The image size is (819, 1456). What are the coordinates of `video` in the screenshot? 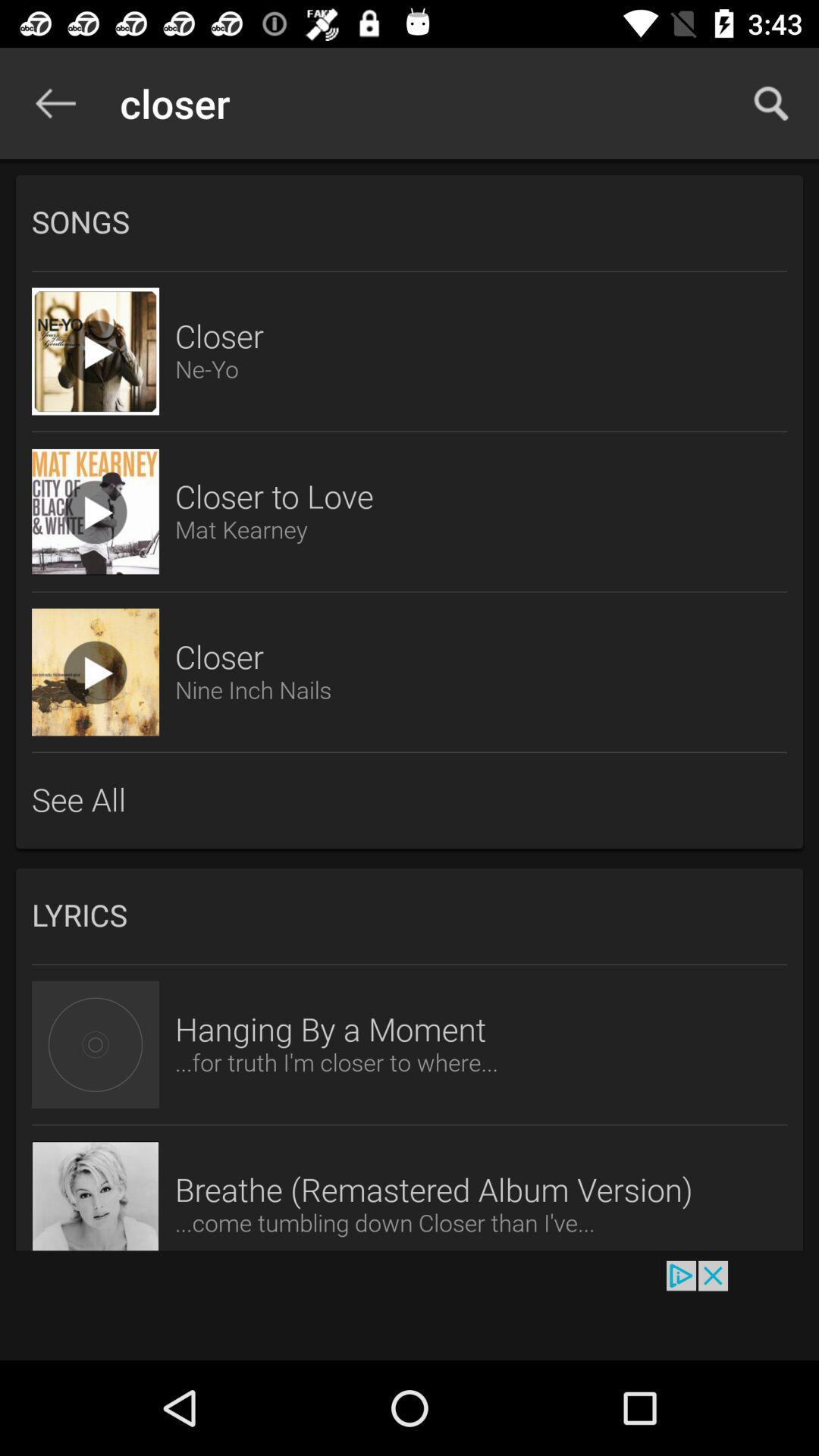 It's located at (96, 671).